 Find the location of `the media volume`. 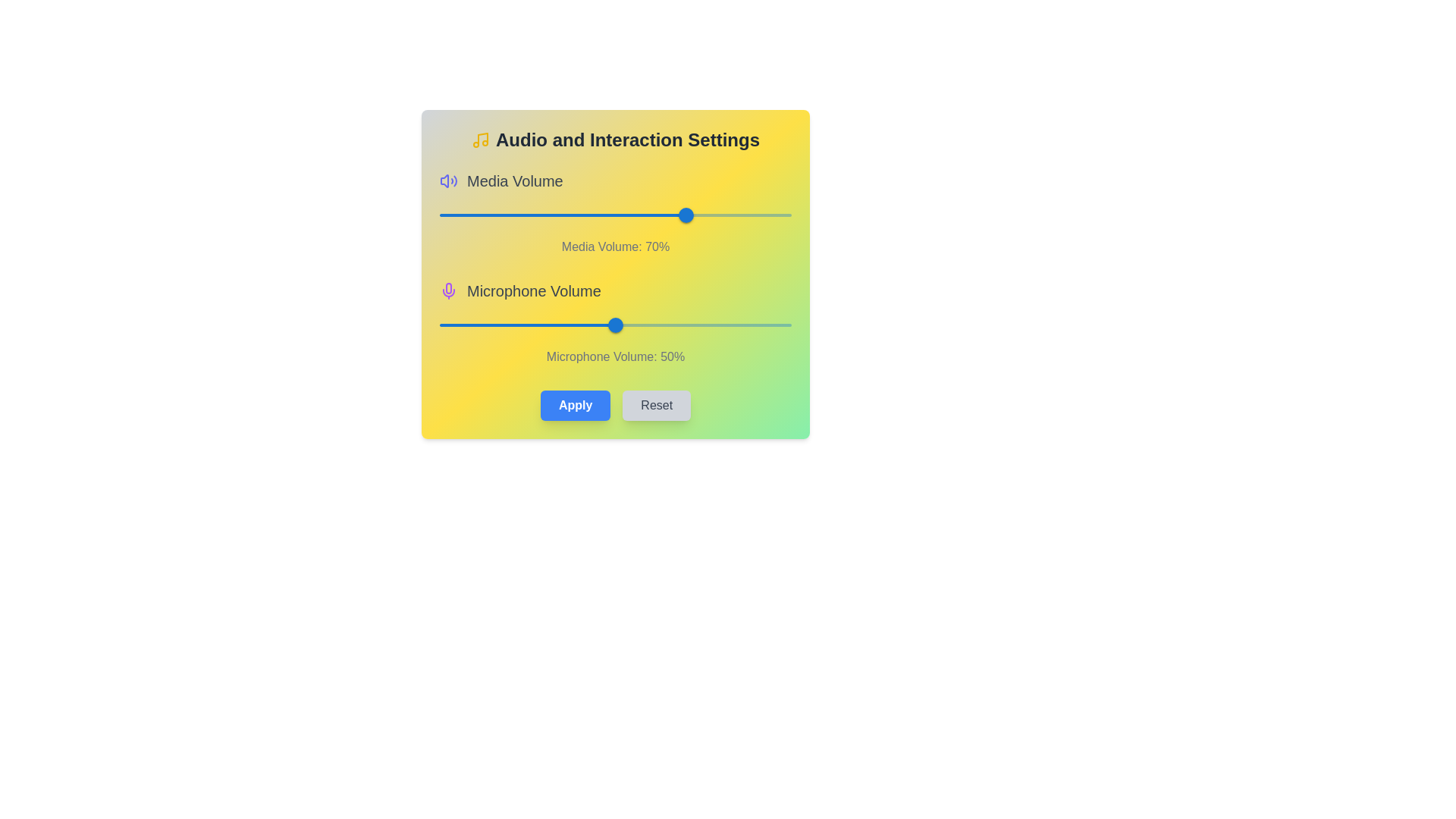

the media volume is located at coordinates (463, 215).